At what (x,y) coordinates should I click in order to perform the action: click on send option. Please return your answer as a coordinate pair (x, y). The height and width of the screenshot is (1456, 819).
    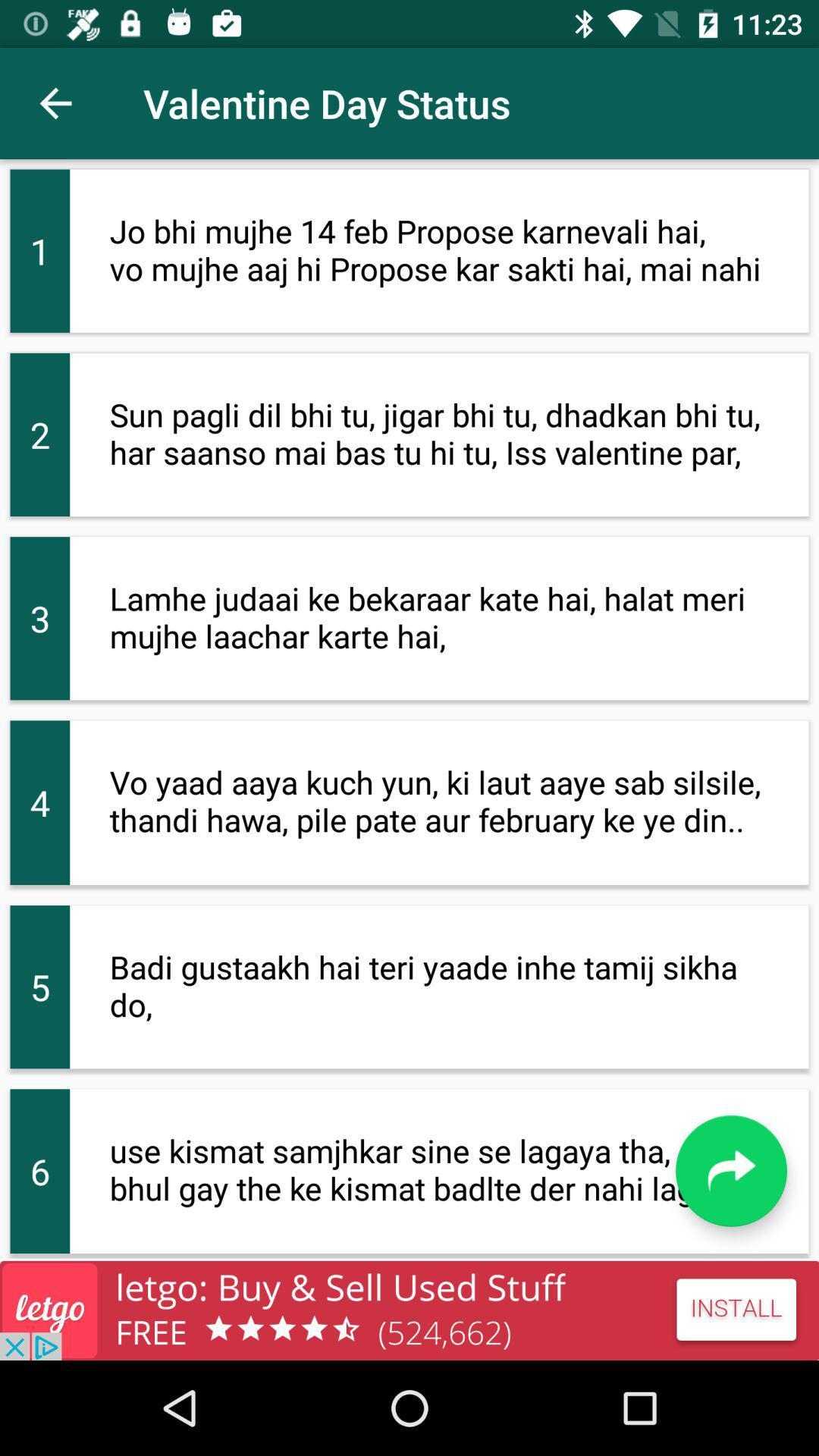
    Looking at the image, I should click on (730, 1170).